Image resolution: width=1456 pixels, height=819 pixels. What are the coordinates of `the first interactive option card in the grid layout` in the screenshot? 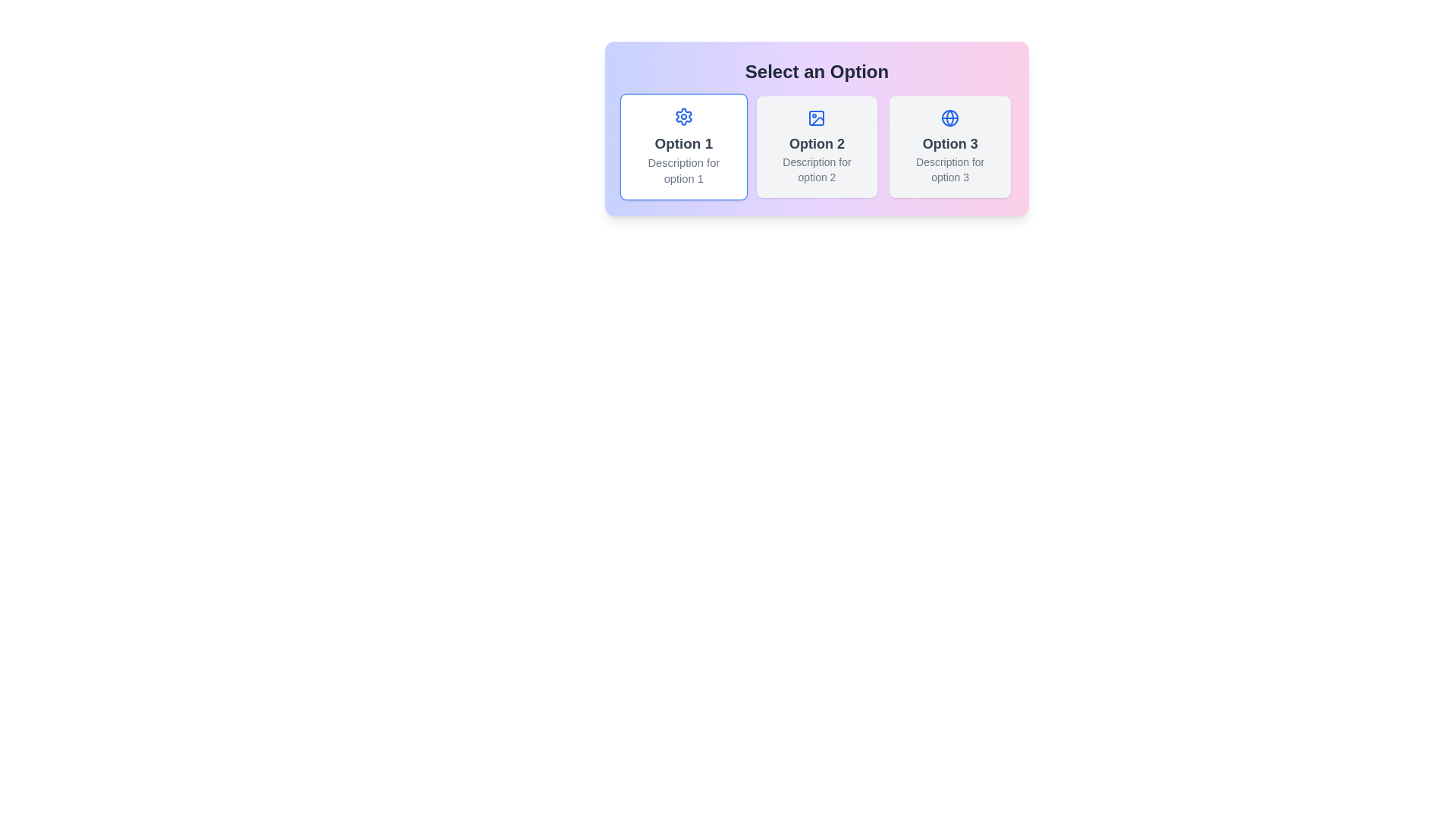 It's located at (682, 146).